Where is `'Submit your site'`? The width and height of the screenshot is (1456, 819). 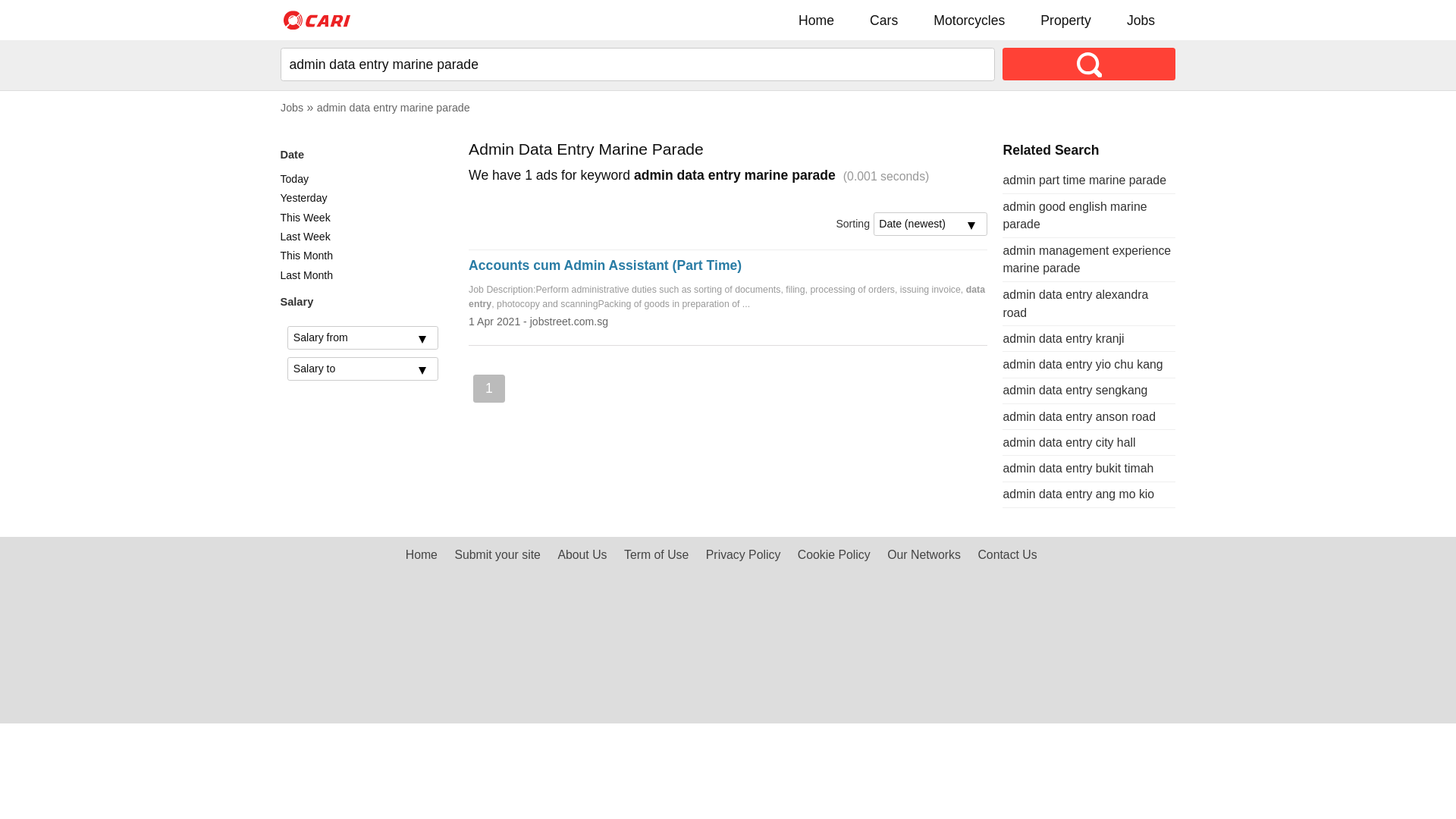 'Submit your site' is located at coordinates (497, 554).